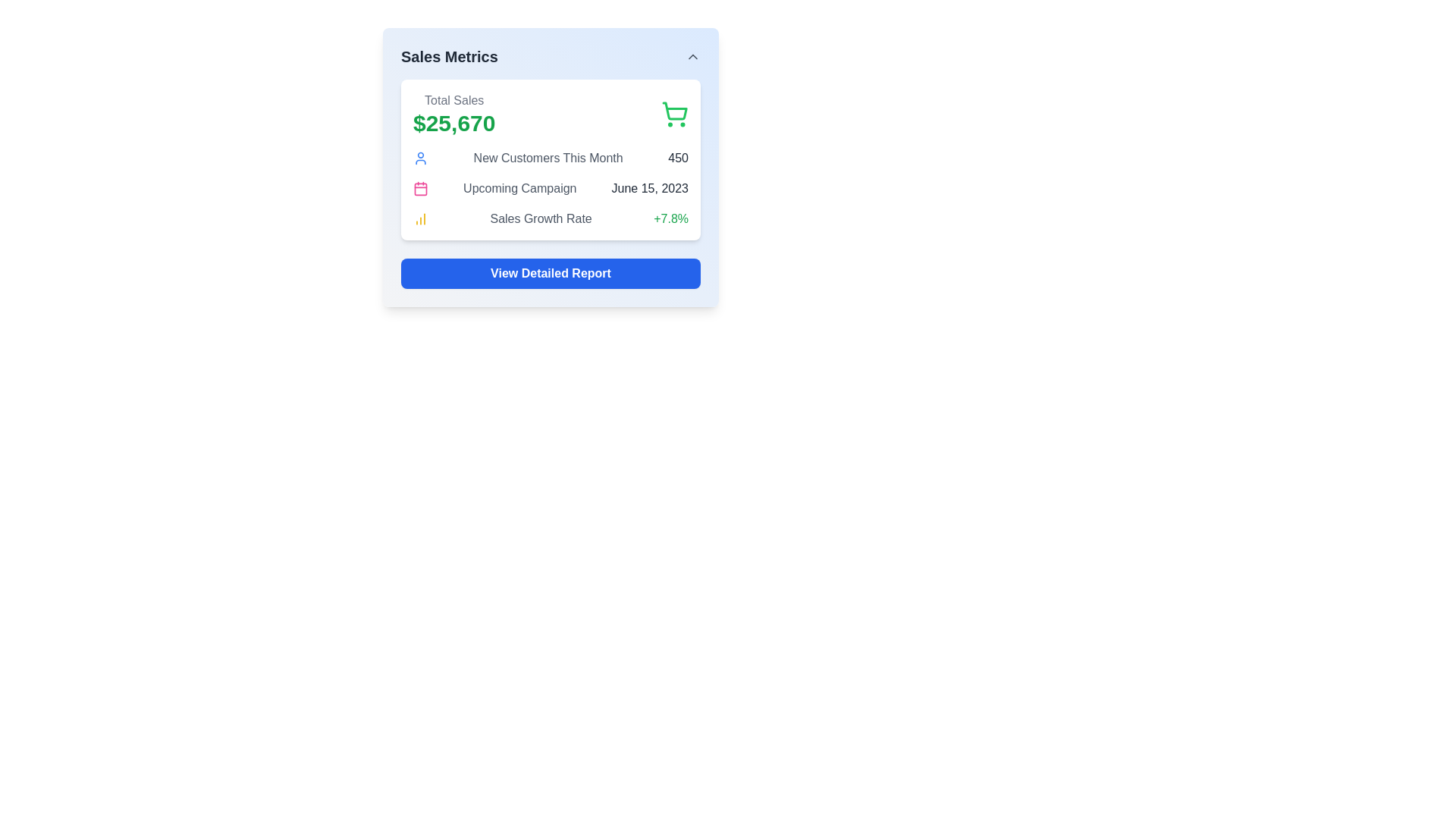 The image size is (1456, 819). What do you see at coordinates (550, 219) in the screenshot?
I see `the Display element that provides information about the growth rate of sales, located in the 'Sales Metrics' card as the third row, beneath 'New Customers This Month' and 'Upcoming Campaign'` at bounding box center [550, 219].